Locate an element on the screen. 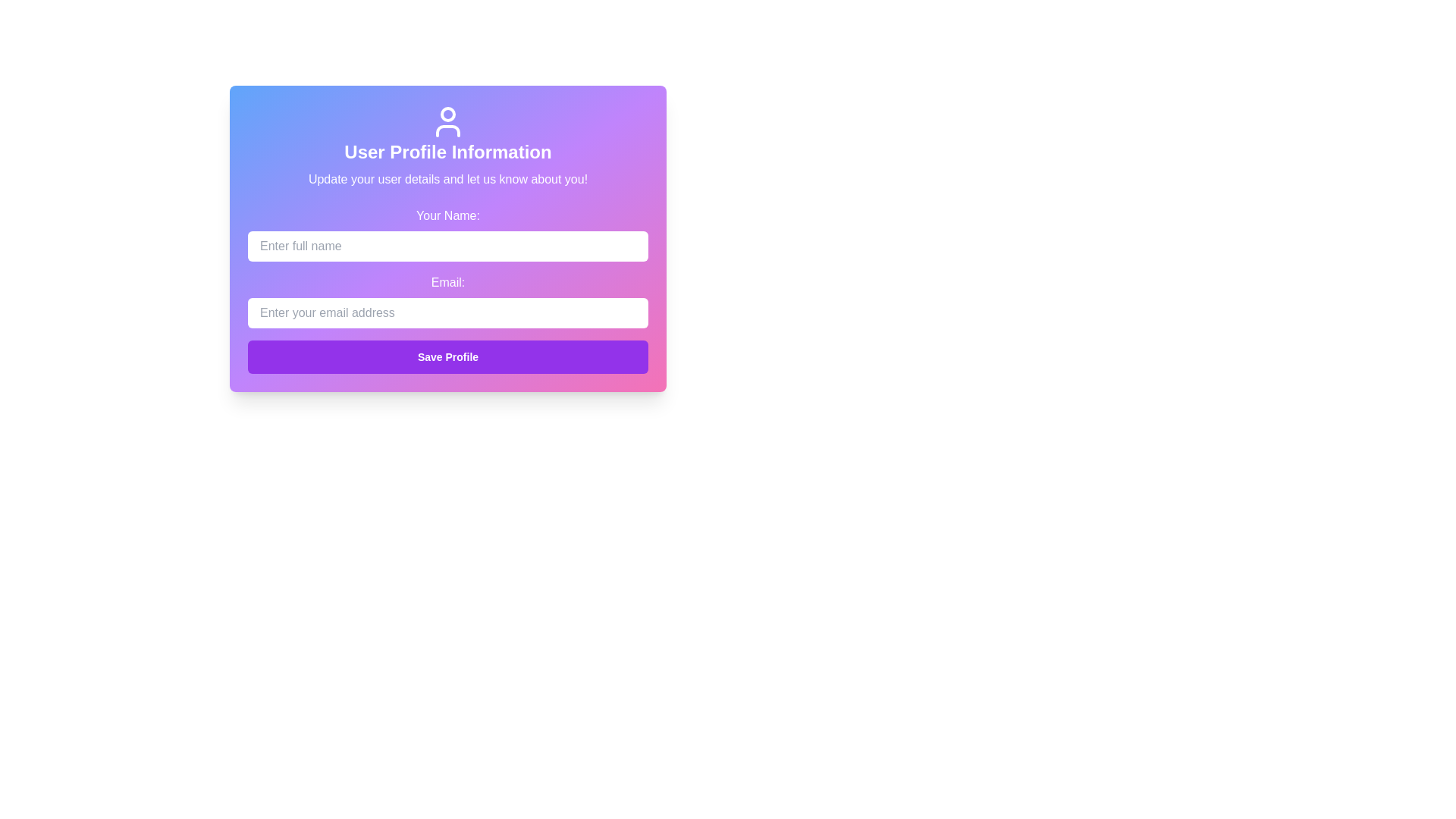  the A labeled text input field to focus, which is positioned above the 'Email:' section in the user profile form is located at coordinates (447, 234).